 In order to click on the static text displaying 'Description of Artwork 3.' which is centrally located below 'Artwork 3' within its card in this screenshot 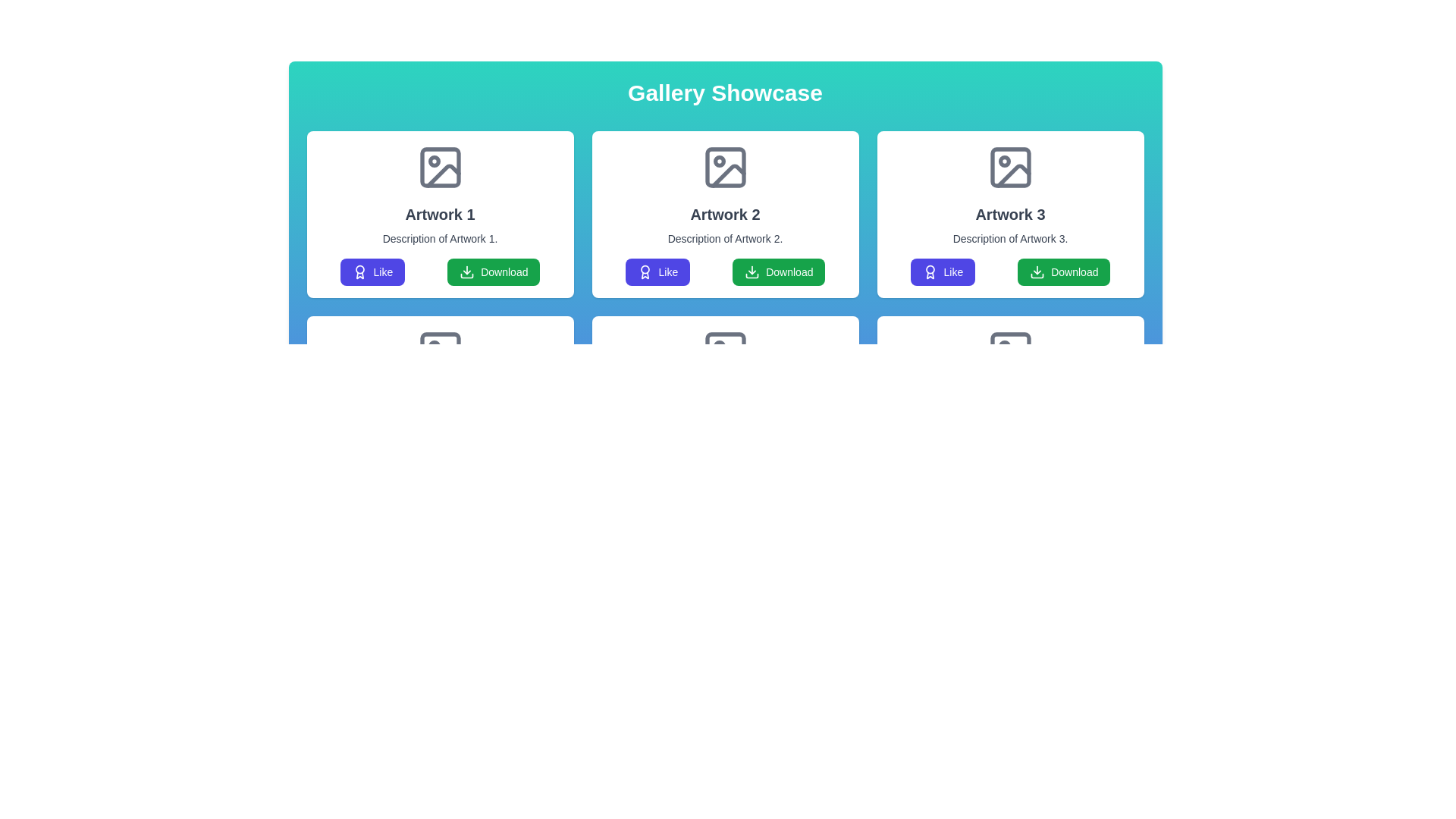, I will do `click(1010, 239)`.